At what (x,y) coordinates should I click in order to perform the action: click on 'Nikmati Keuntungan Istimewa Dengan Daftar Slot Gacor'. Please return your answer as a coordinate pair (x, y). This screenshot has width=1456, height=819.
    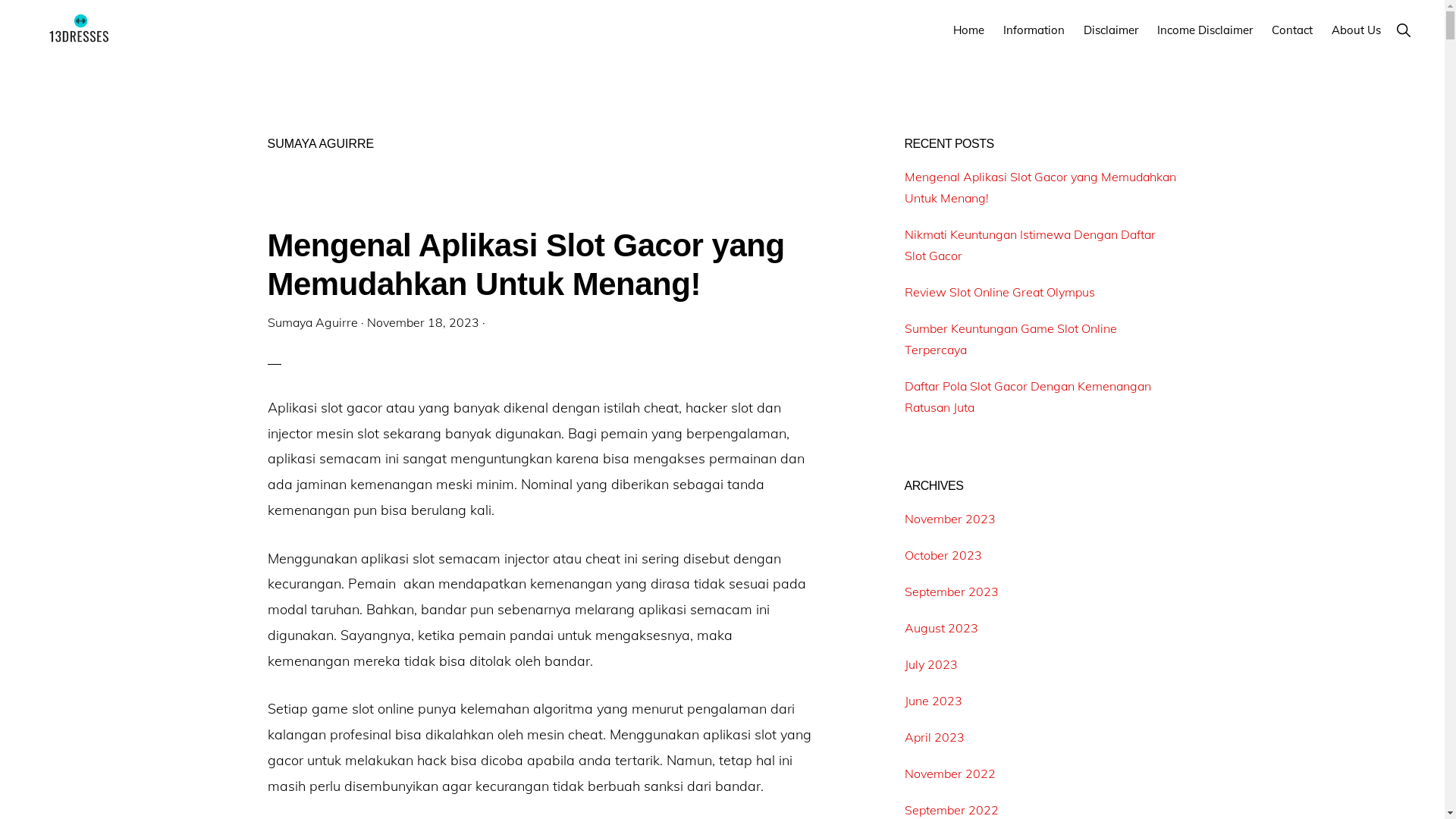
    Looking at the image, I should click on (1029, 244).